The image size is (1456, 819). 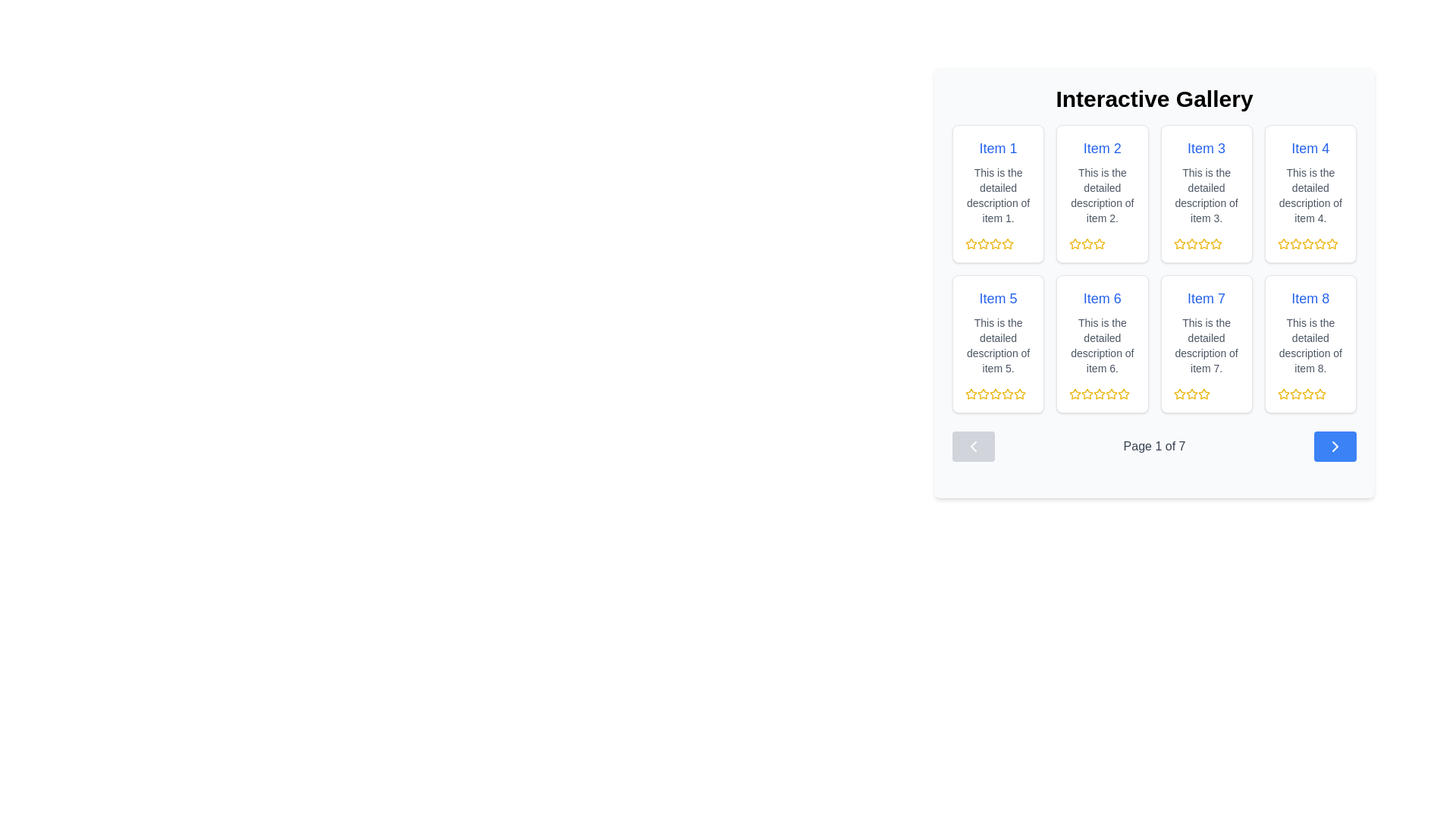 I want to click on the description of the item displayed on the card located in the bottom-right corner of the grid layout, which is the 8th item overall, so click(x=1310, y=344).